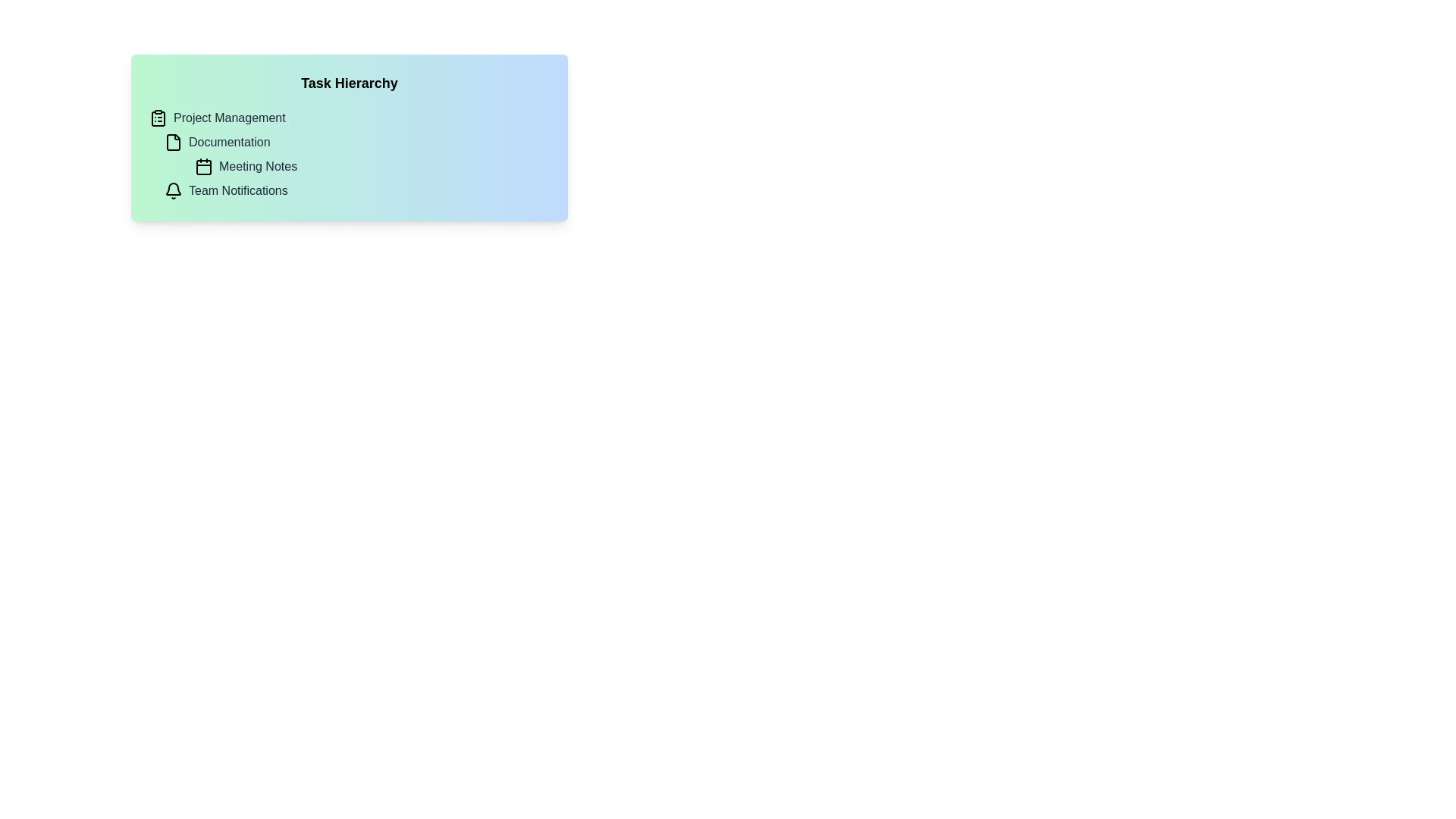 This screenshot has width=1456, height=819. What do you see at coordinates (174, 188) in the screenshot?
I see `the top arc segment of the bell icon, which is located near the lower-left area of the panel, next to the text 'Team Notifications.'` at bounding box center [174, 188].